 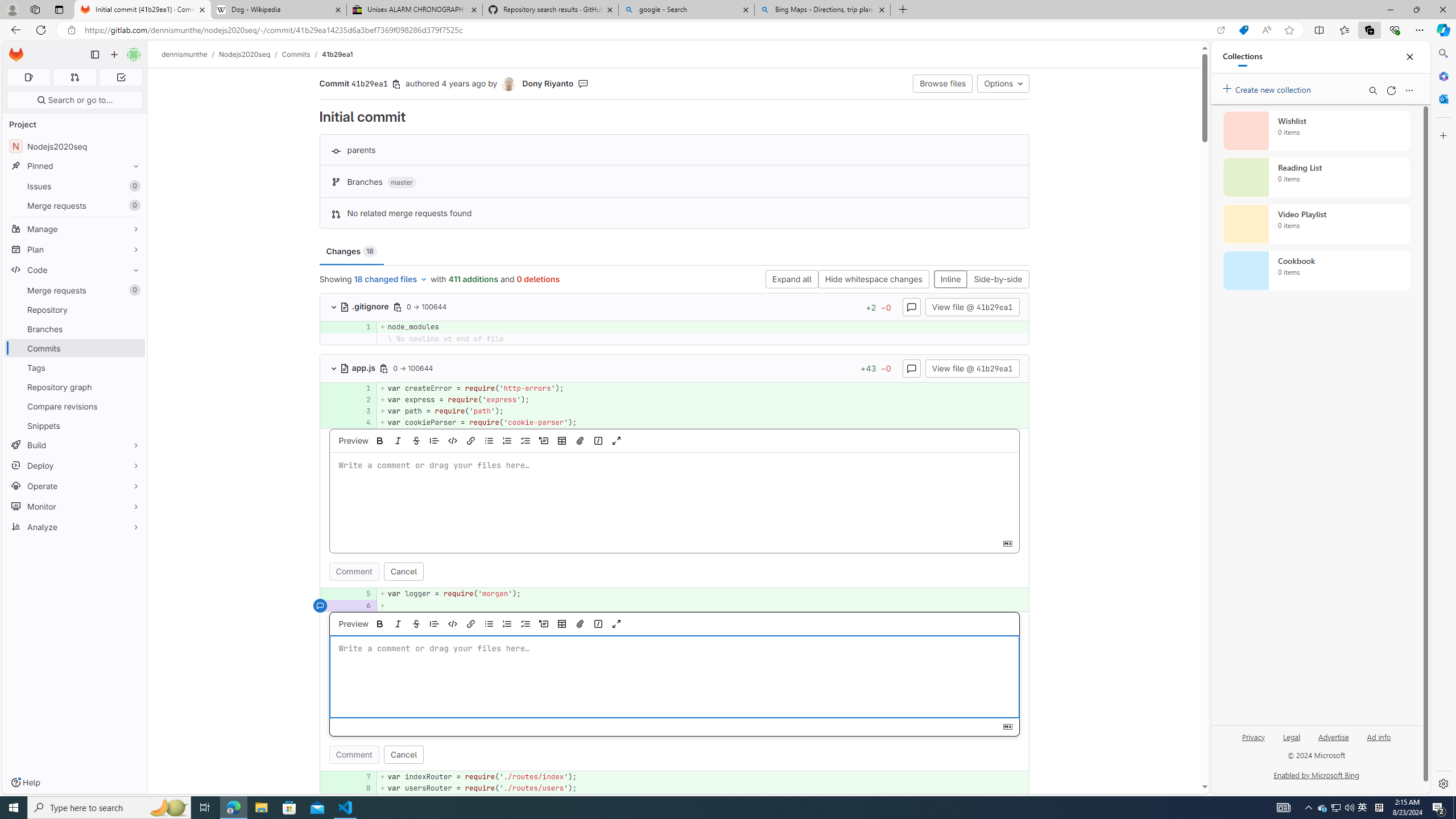 What do you see at coordinates (791, 279) in the screenshot?
I see `'Expand all'` at bounding box center [791, 279].